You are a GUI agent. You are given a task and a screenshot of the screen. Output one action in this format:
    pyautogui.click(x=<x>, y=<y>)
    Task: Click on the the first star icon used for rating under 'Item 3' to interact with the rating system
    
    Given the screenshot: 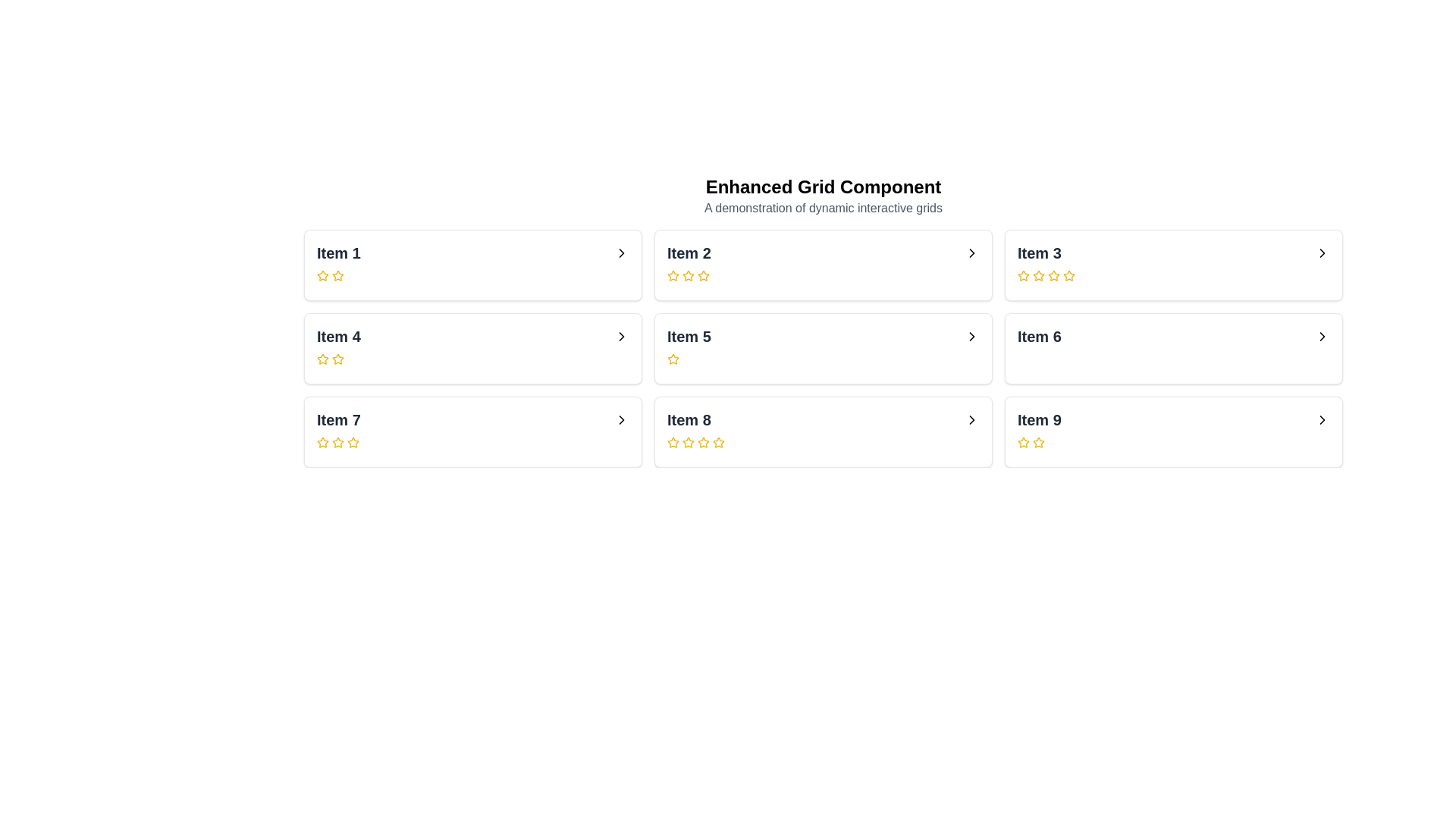 What is the action you would take?
    pyautogui.click(x=1023, y=275)
    